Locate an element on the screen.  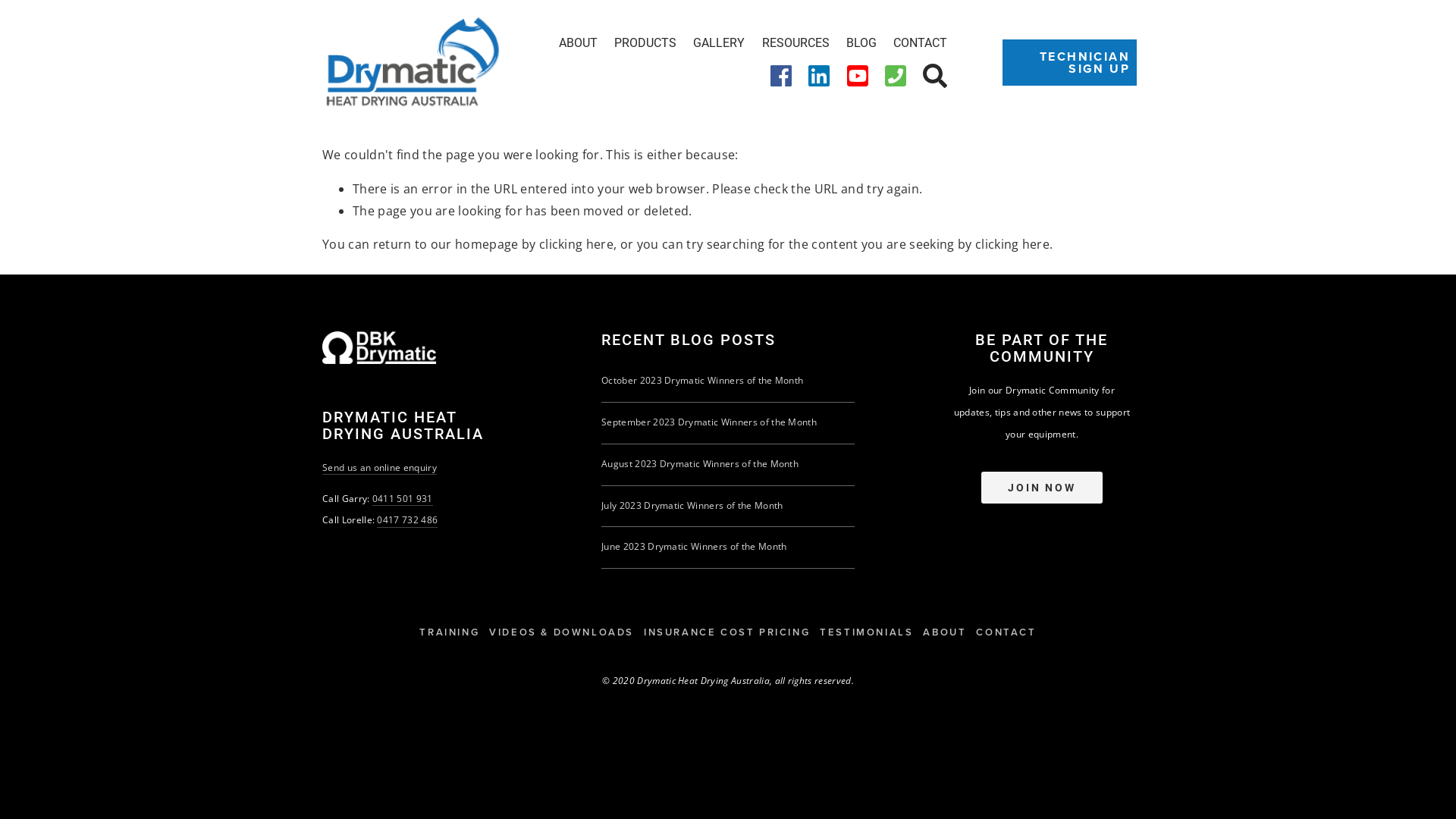
'September 2023 Drymatic Winners of the Month' is located at coordinates (708, 422).